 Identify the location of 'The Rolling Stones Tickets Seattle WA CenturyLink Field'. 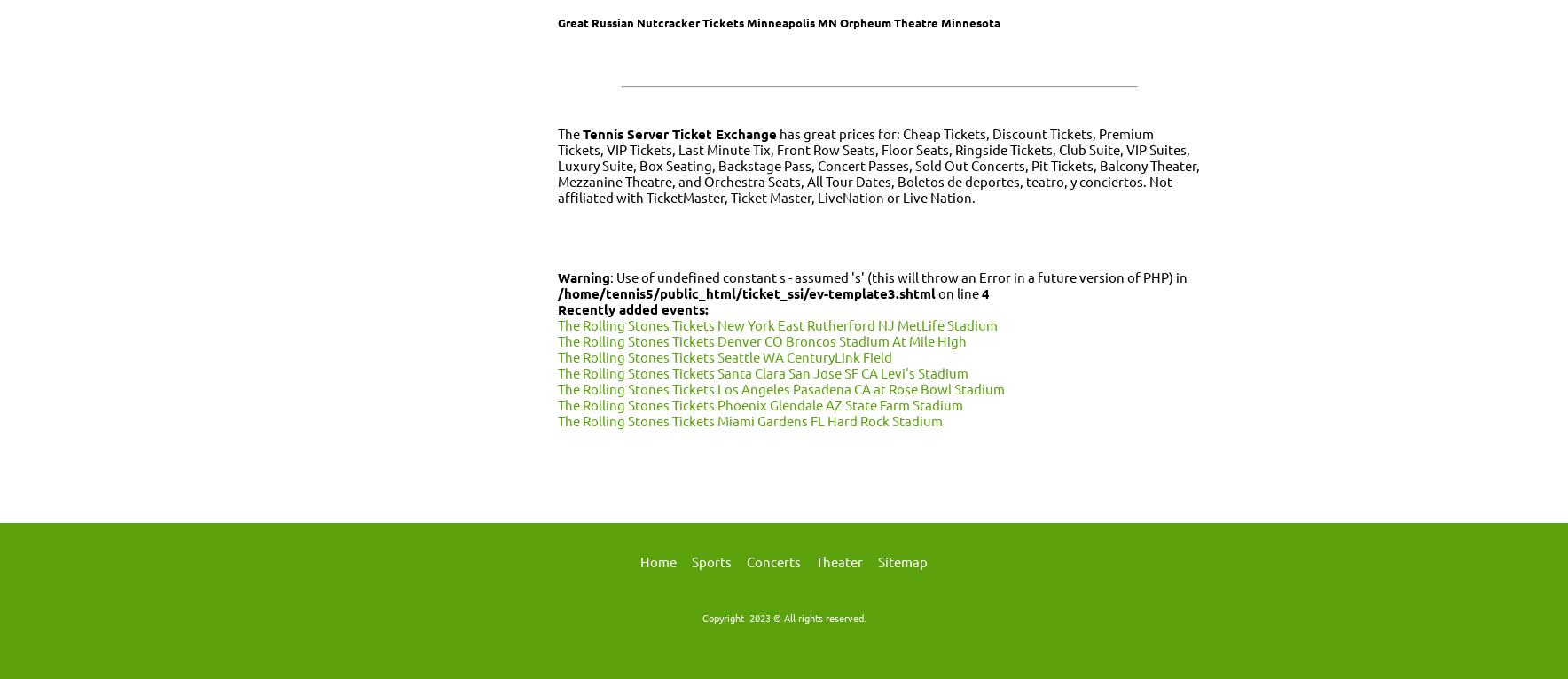
(725, 355).